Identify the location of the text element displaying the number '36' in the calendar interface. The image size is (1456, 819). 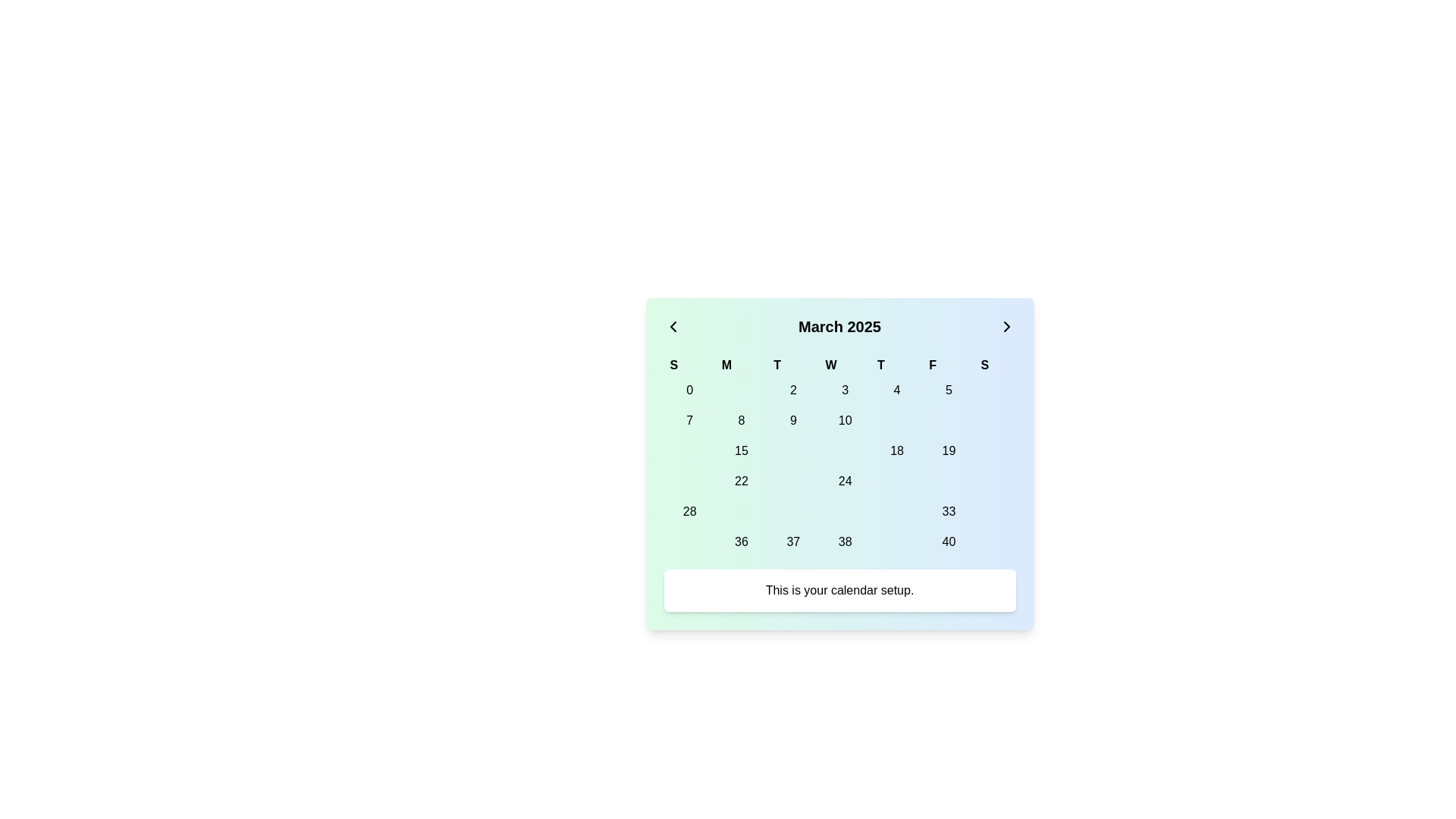
(742, 541).